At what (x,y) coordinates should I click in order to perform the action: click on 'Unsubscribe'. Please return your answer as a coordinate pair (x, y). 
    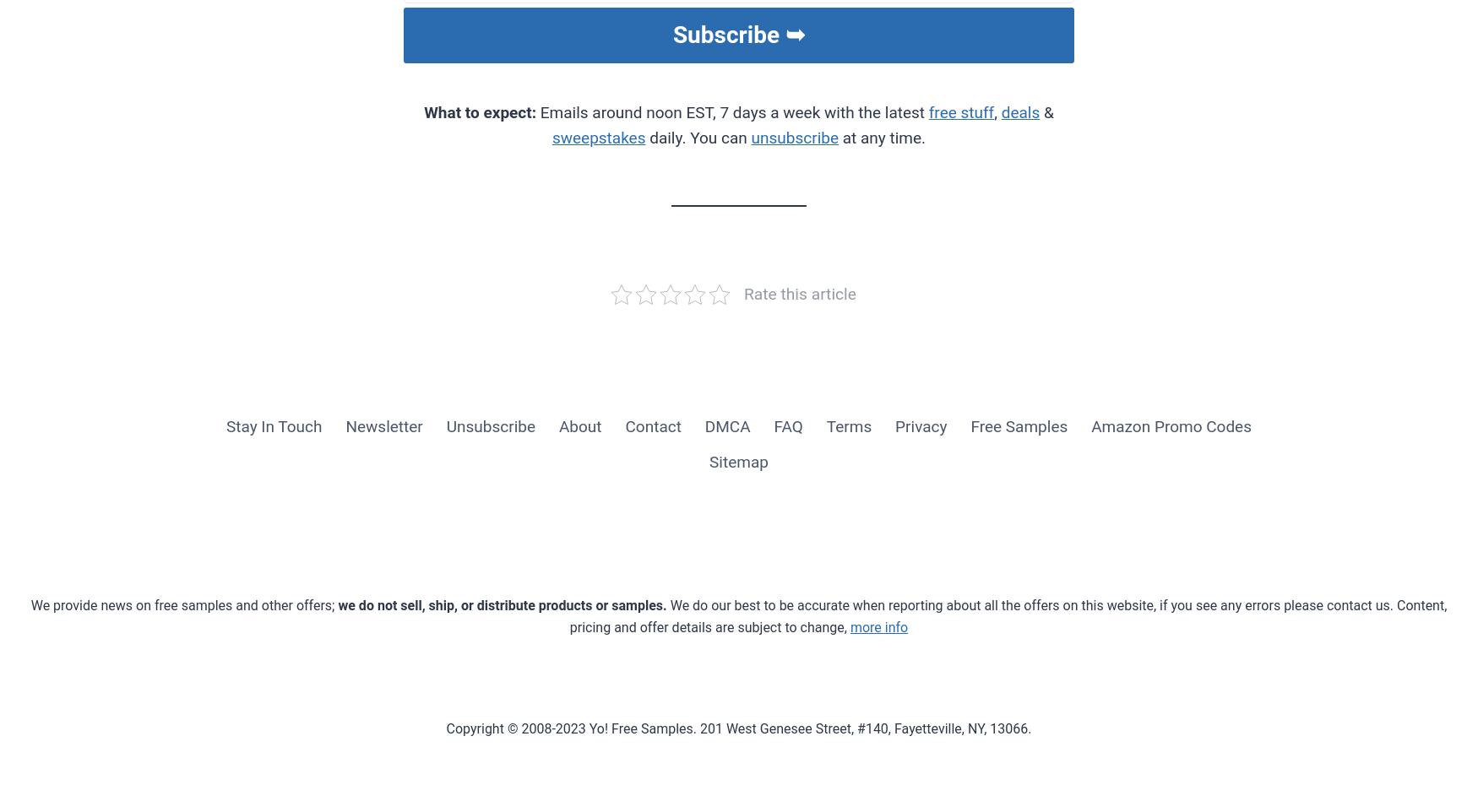
    Looking at the image, I should click on (491, 425).